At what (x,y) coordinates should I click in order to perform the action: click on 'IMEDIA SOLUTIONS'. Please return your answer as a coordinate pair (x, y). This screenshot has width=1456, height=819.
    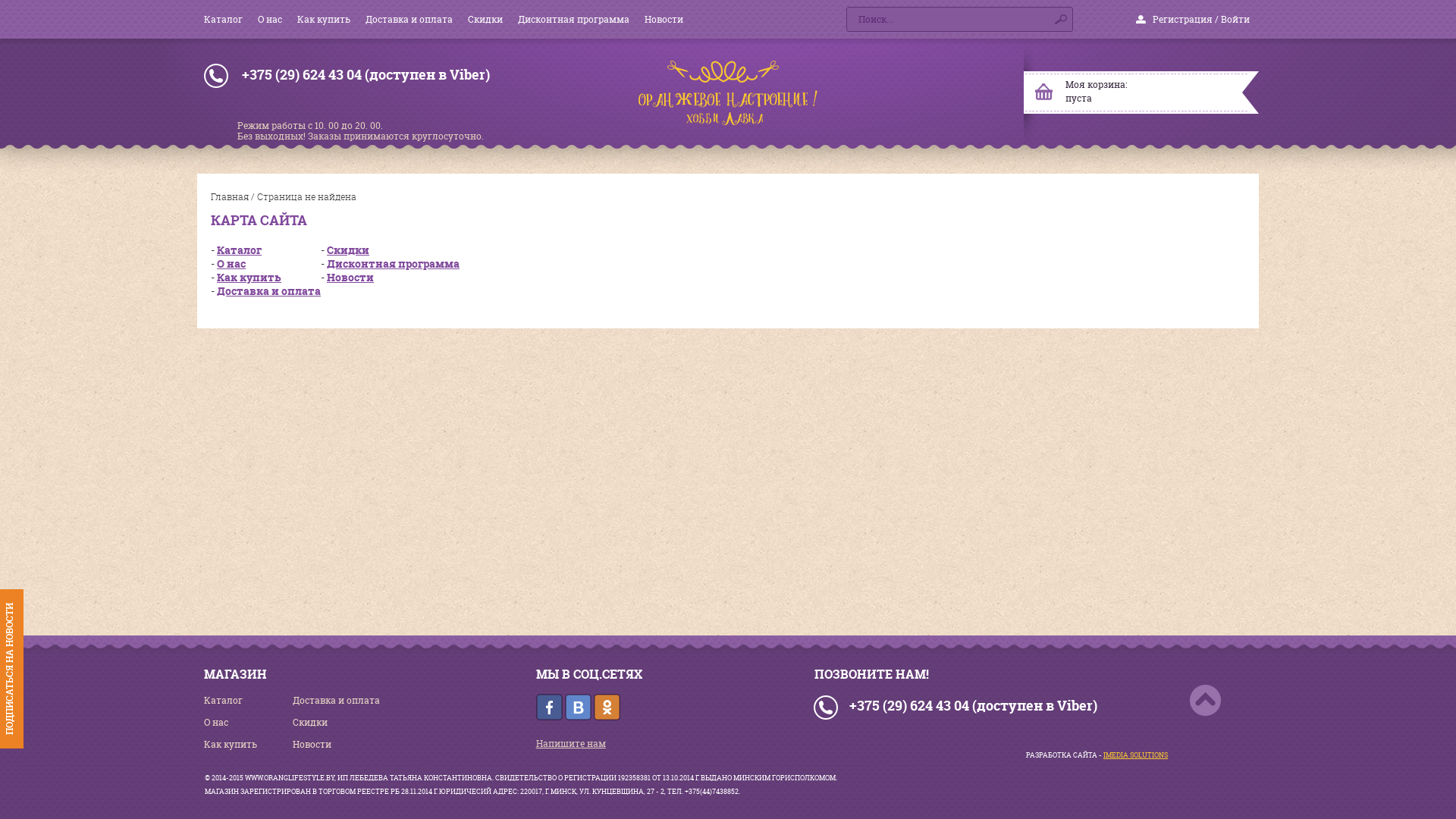
    Looking at the image, I should click on (1103, 755).